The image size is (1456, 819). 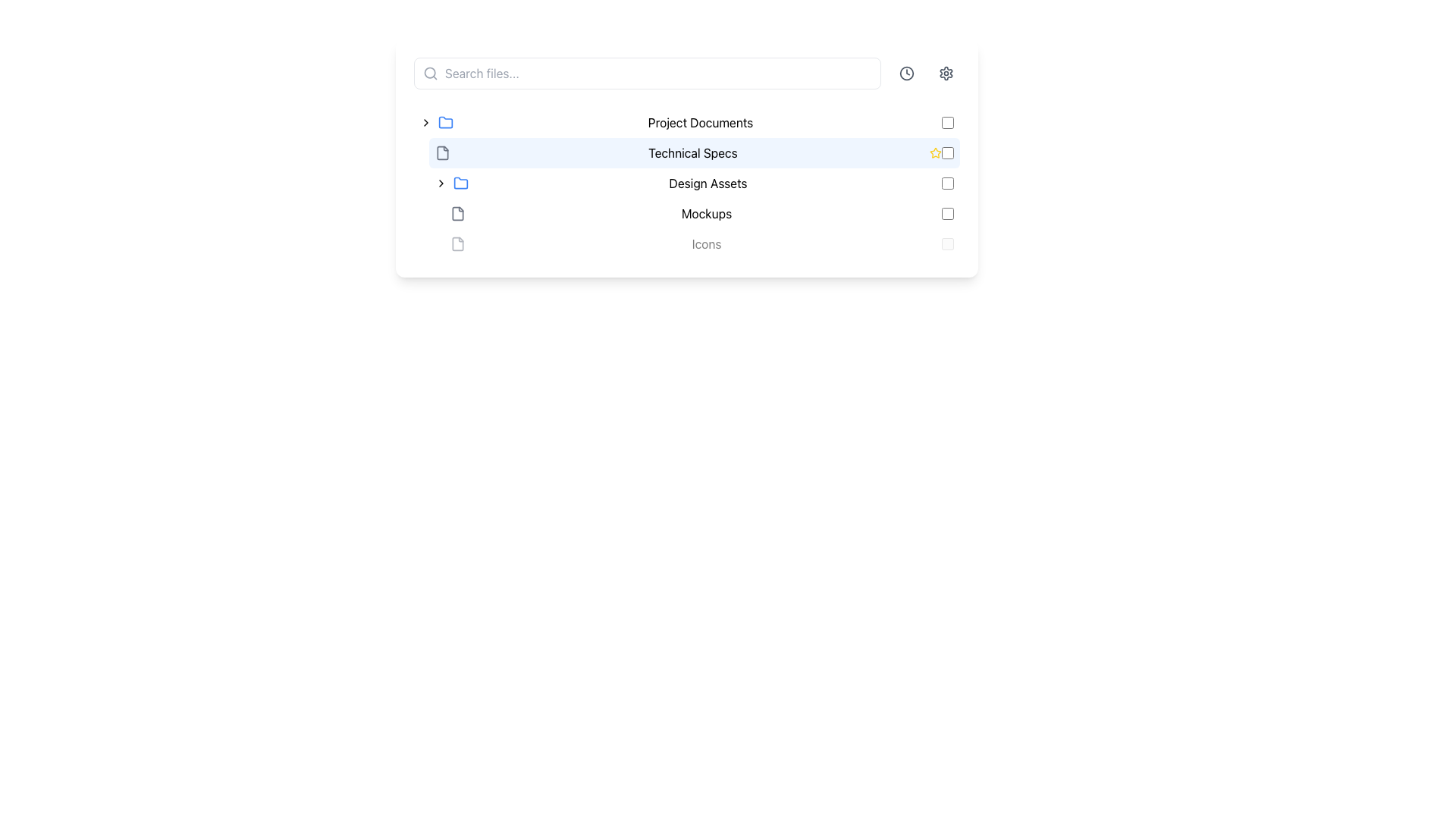 What do you see at coordinates (460, 181) in the screenshot?
I see `the folder icon in the file manager interface, located near the 'Technical Specs' row` at bounding box center [460, 181].